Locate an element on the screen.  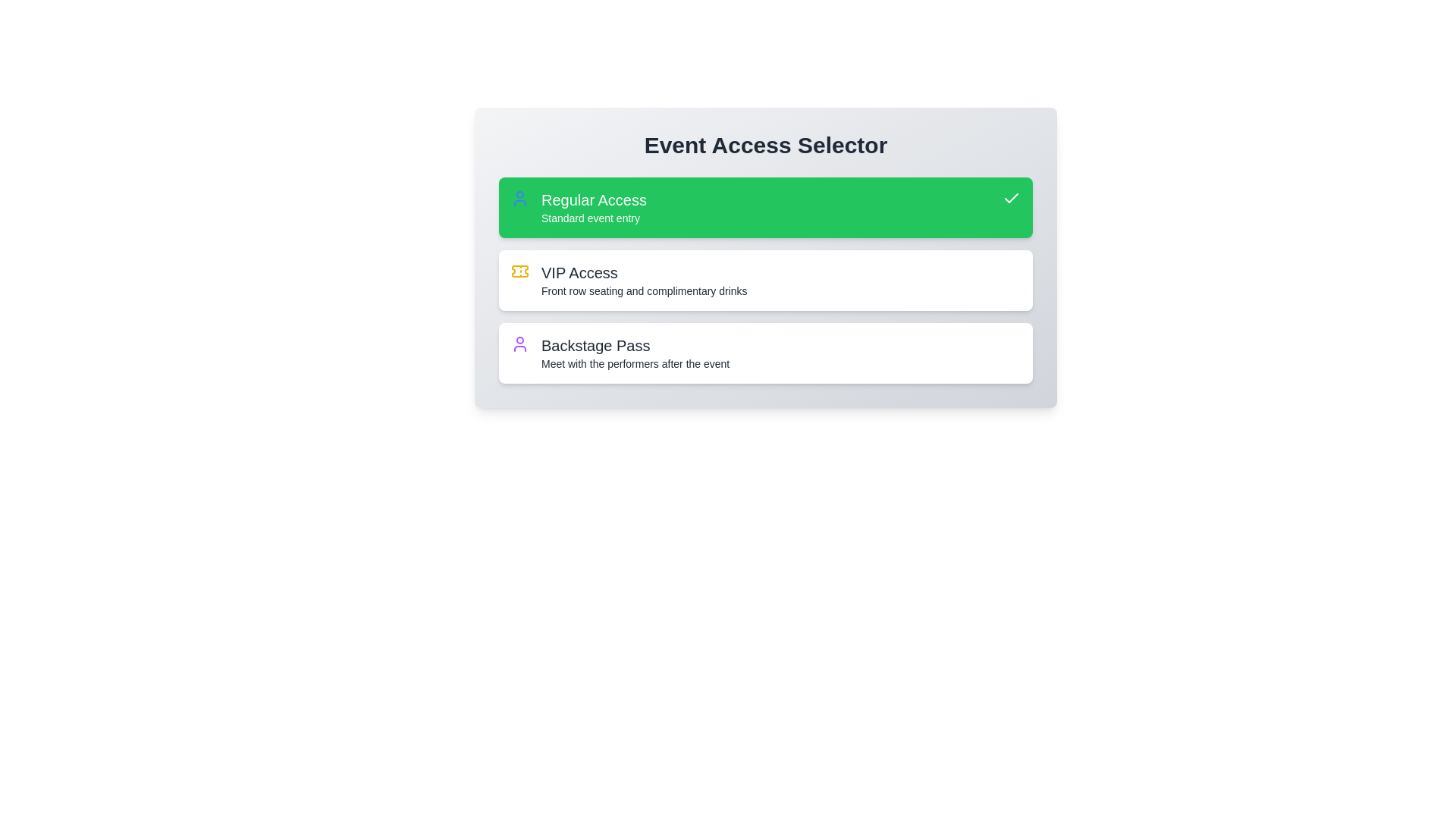
the blue user profile icon located on the left edge of the 'Regular Access' button, which is the topmost element in the Event Access Selector card is located at coordinates (520, 207).